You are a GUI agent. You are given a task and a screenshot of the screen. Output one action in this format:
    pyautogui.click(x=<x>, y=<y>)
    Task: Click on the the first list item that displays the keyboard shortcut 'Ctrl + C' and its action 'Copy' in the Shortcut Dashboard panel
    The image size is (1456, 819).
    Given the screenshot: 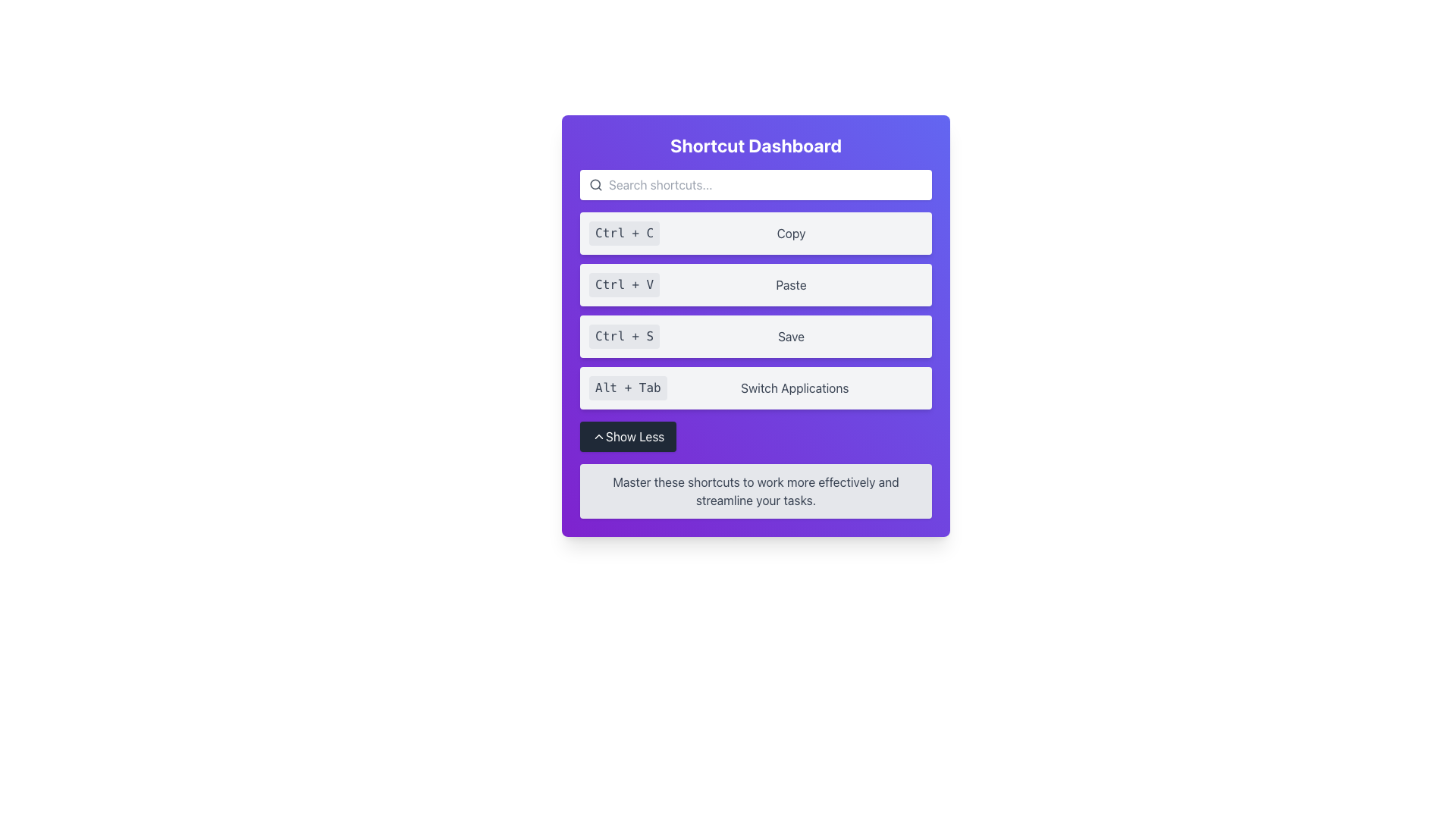 What is the action you would take?
    pyautogui.click(x=756, y=234)
    